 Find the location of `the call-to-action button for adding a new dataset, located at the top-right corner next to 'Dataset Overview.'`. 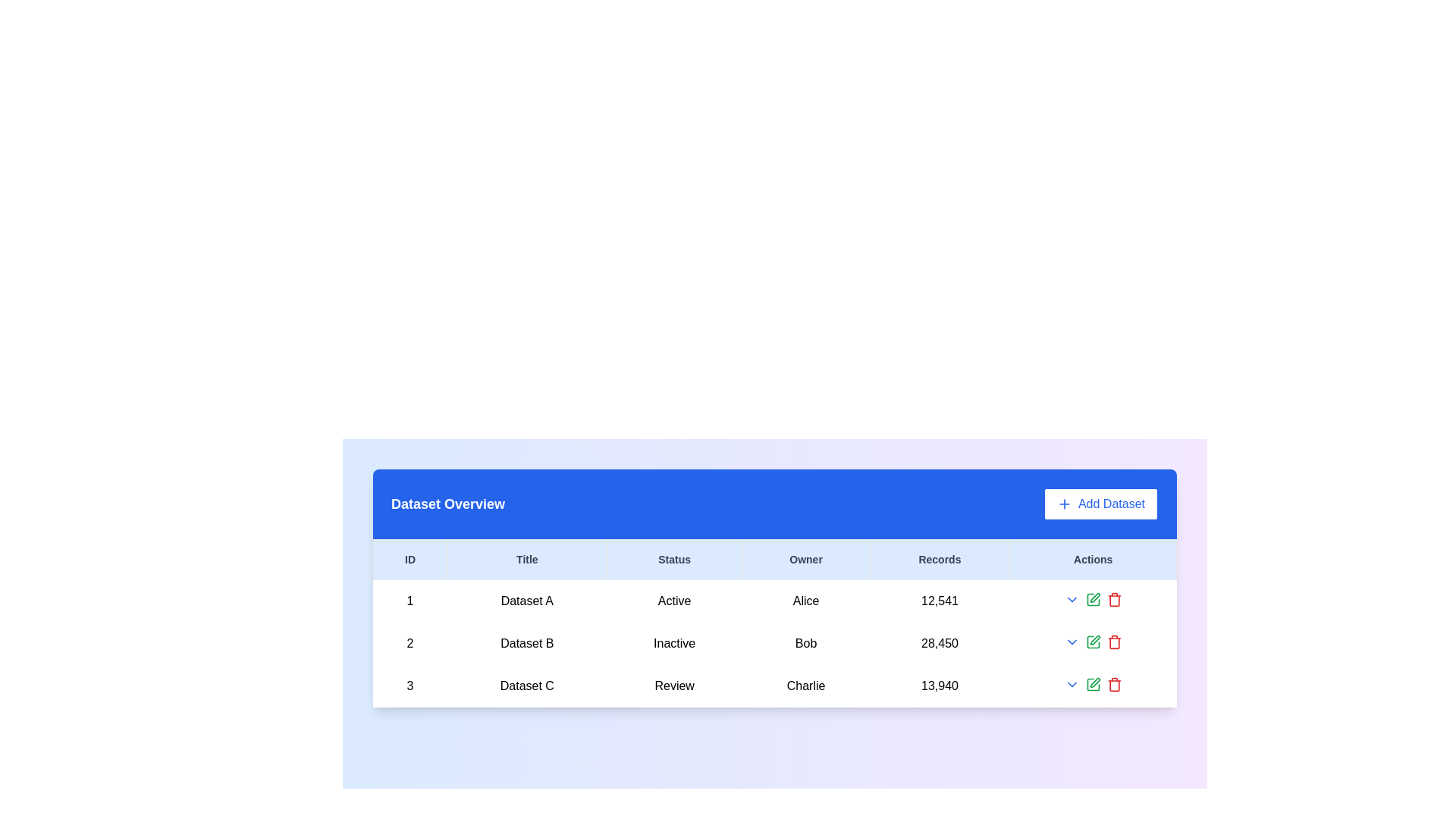

the call-to-action button for adding a new dataset, located at the top-right corner next to 'Dataset Overview.' is located at coordinates (1100, 504).